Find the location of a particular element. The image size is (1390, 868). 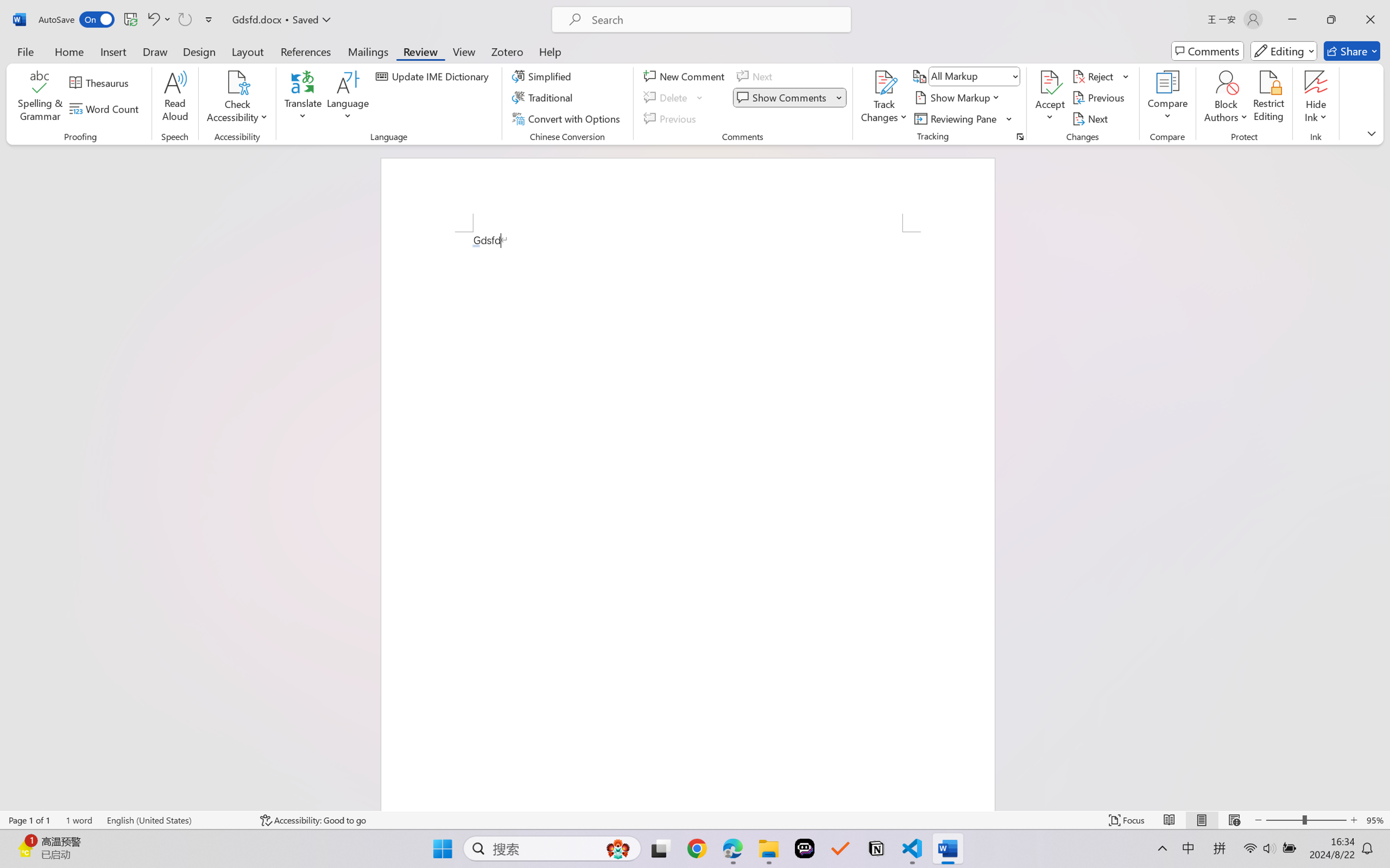

'Convert with Options...' is located at coordinates (567, 119).